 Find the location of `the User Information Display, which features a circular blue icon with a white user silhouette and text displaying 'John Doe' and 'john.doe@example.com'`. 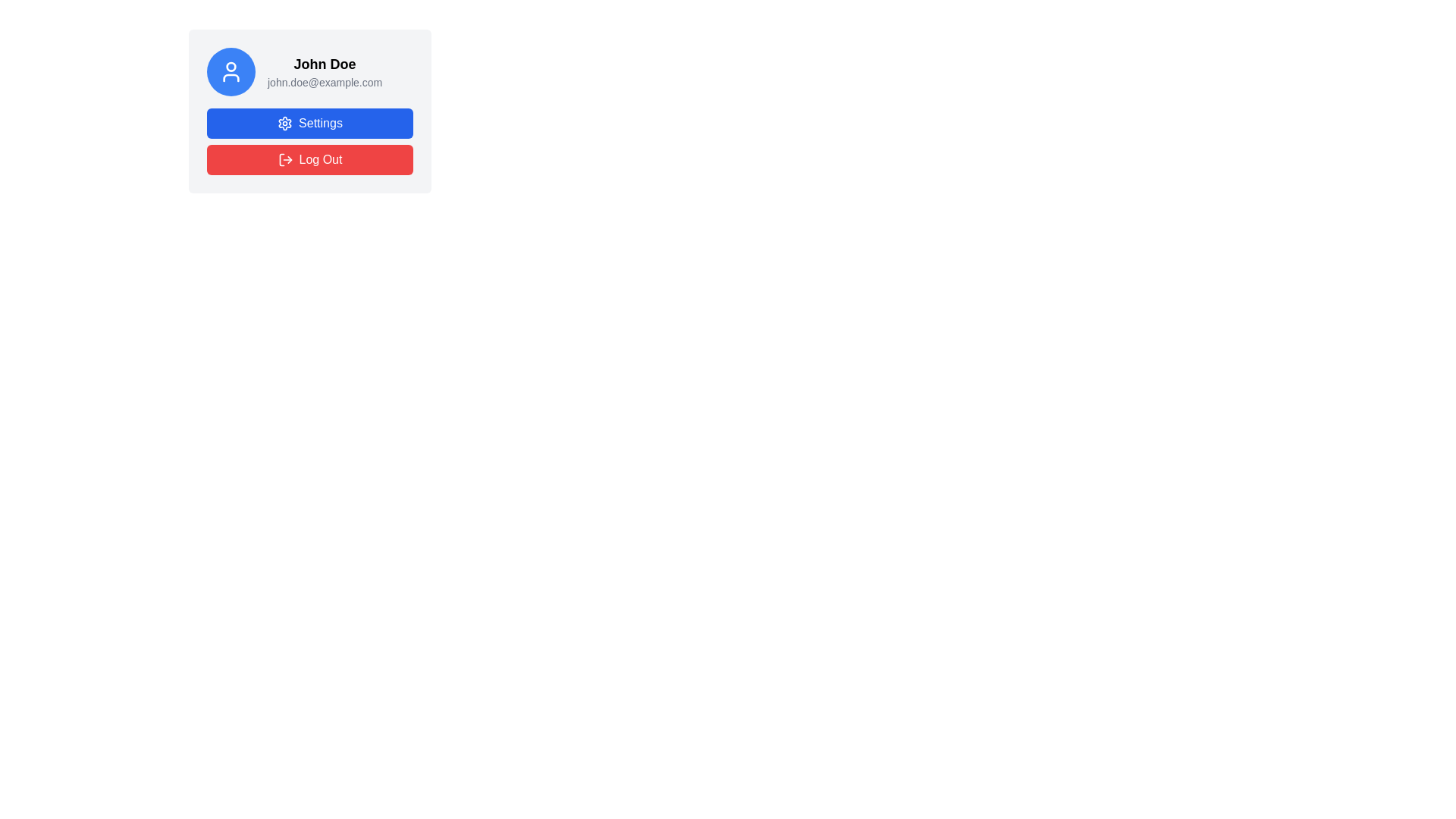

the User Information Display, which features a circular blue icon with a white user silhouette and text displaying 'John Doe' and 'john.doe@example.com' is located at coordinates (309, 72).